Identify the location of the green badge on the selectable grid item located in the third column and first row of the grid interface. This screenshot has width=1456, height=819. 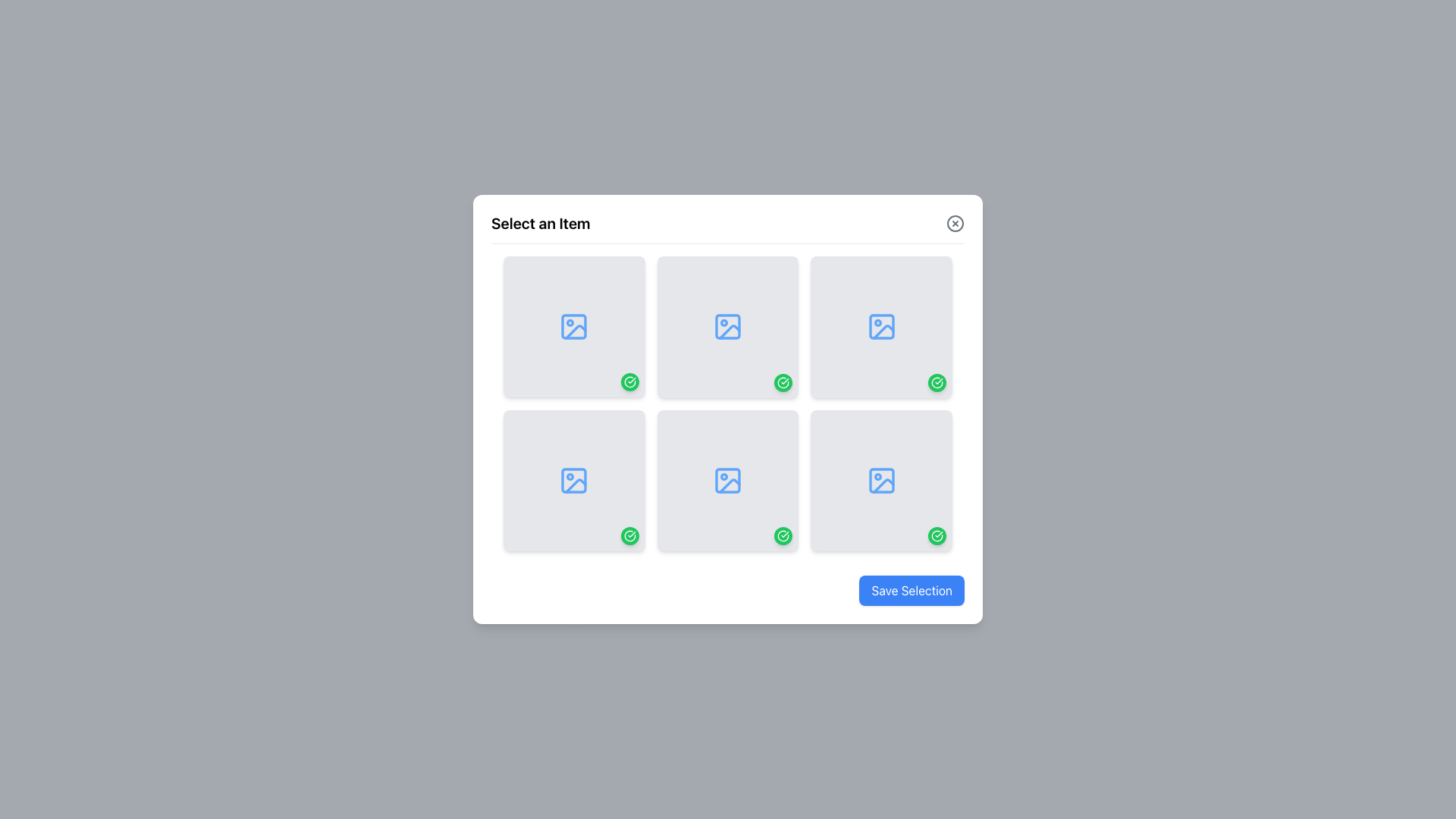
(881, 326).